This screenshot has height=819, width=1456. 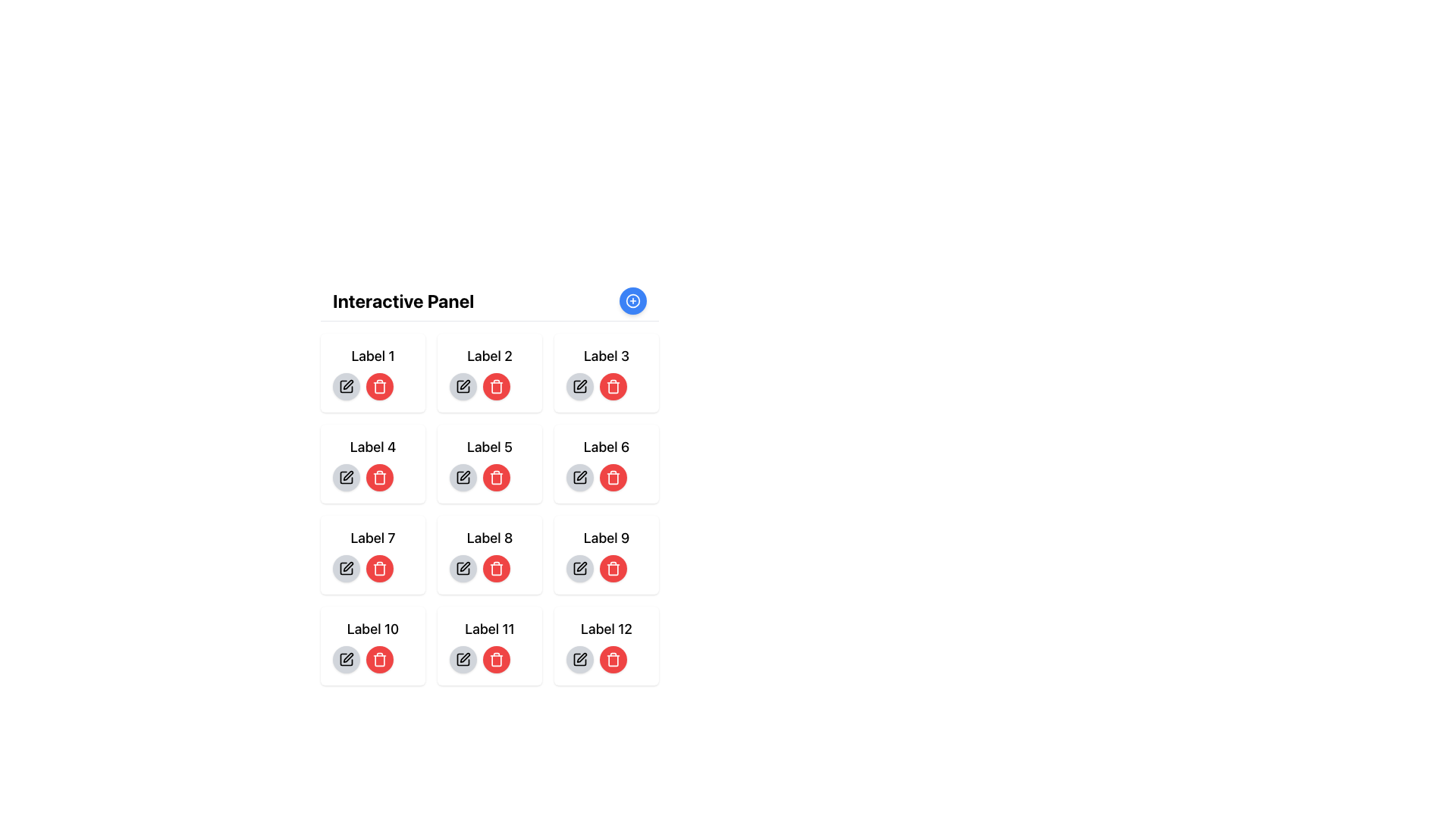 What do you see at coordinates (496, 659) in the screenshot?
I see `the delete button associated with 'Label 11'` at bounding box center [496, 659].